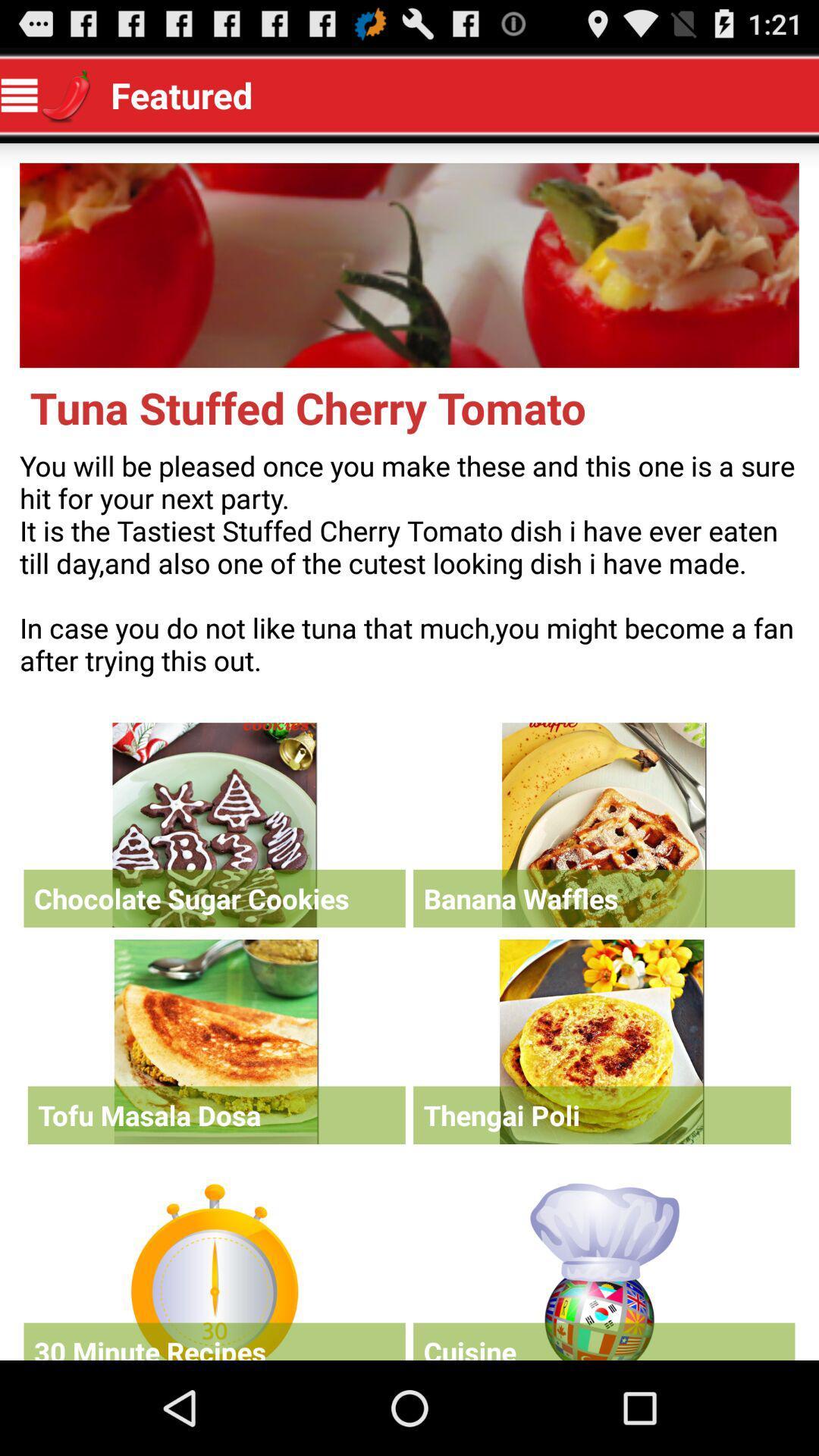 The image size is (819, 1456). I want to click on see recipe, so click(216, 1040).